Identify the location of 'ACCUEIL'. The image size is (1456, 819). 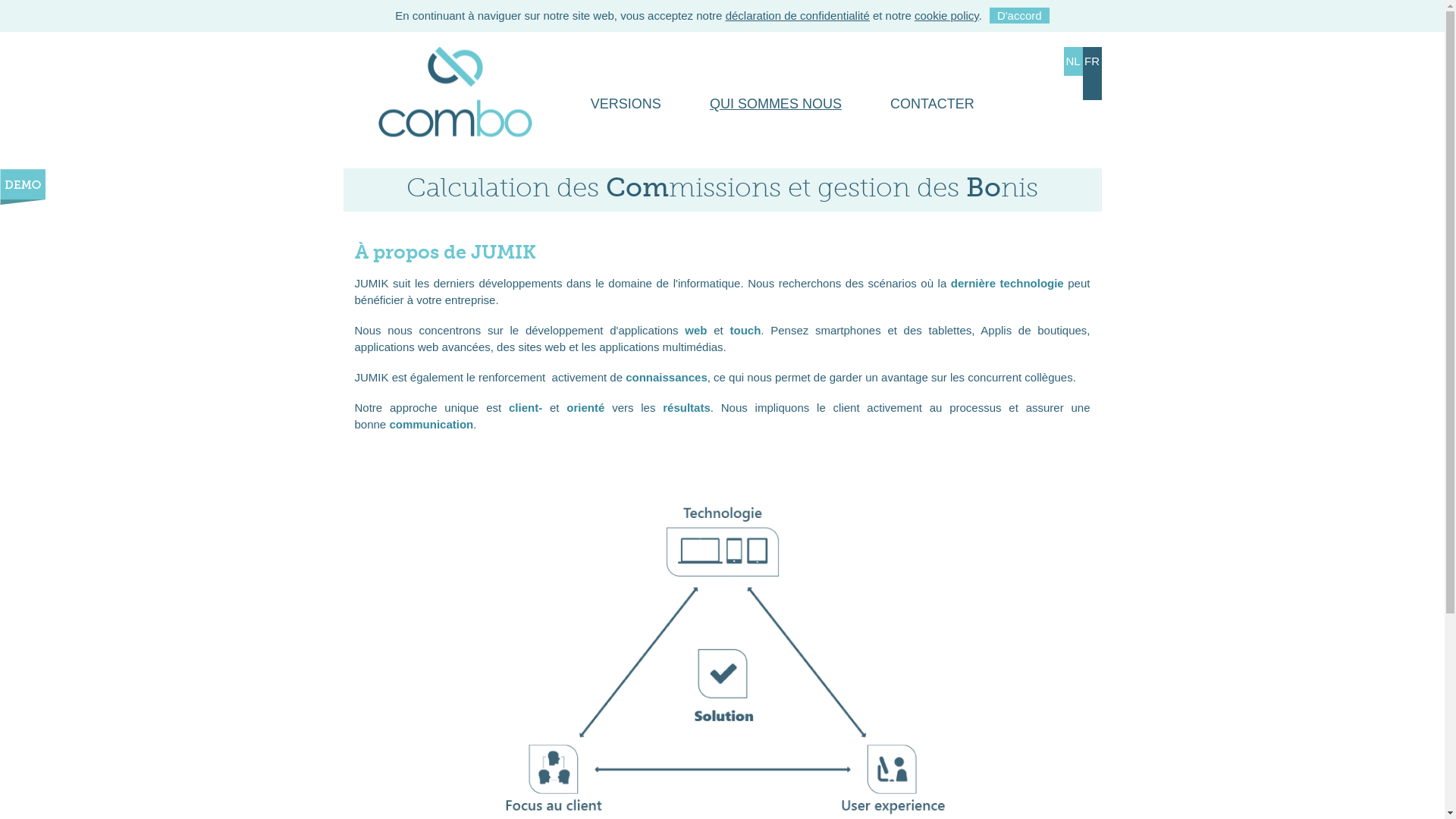
(365, 103).